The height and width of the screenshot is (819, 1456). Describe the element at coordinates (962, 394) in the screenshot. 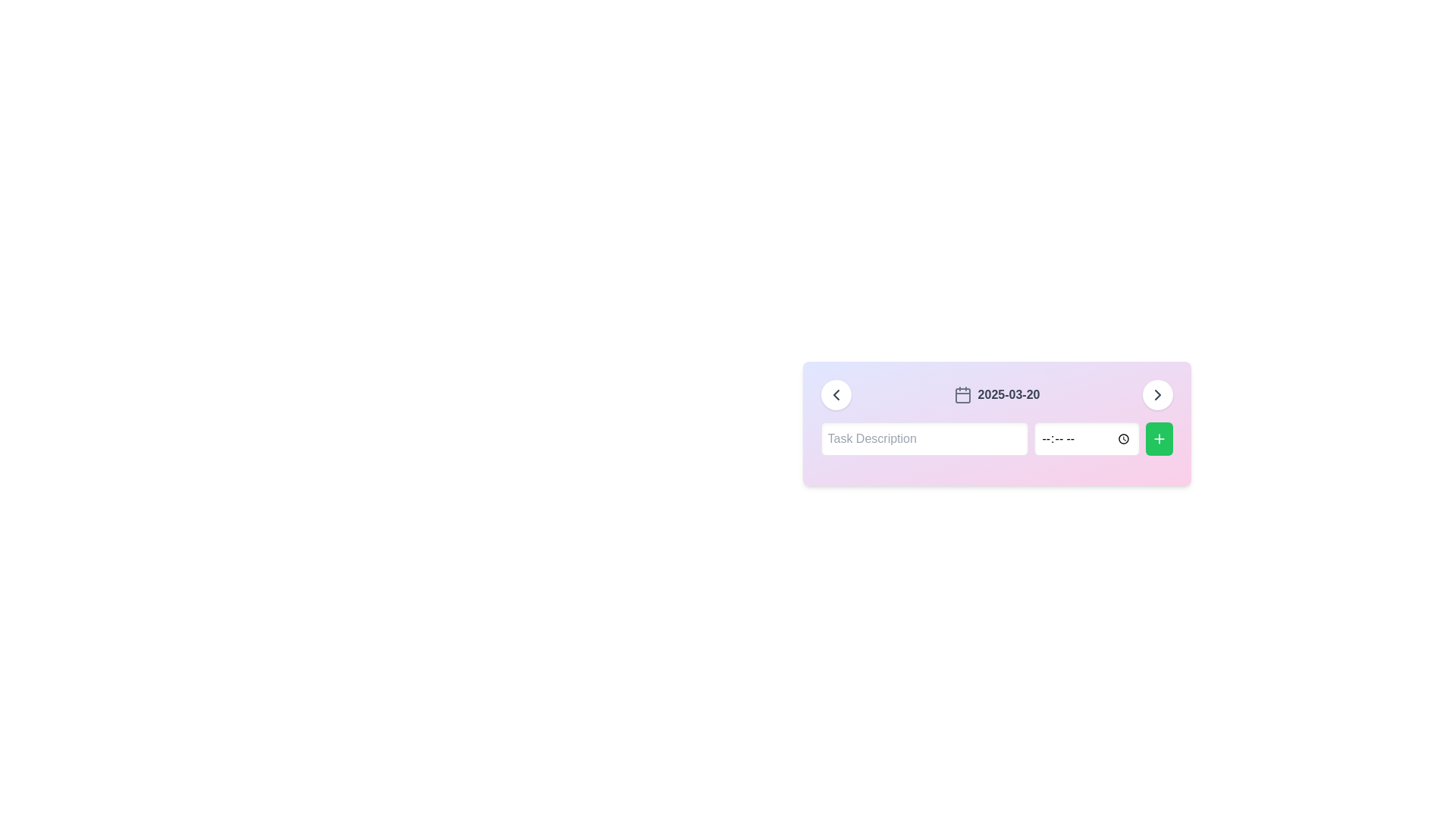

I see `the calendar icon element that signifies the area where dates are displayed, located to the left of the date label '2025-03-20'` at that location.